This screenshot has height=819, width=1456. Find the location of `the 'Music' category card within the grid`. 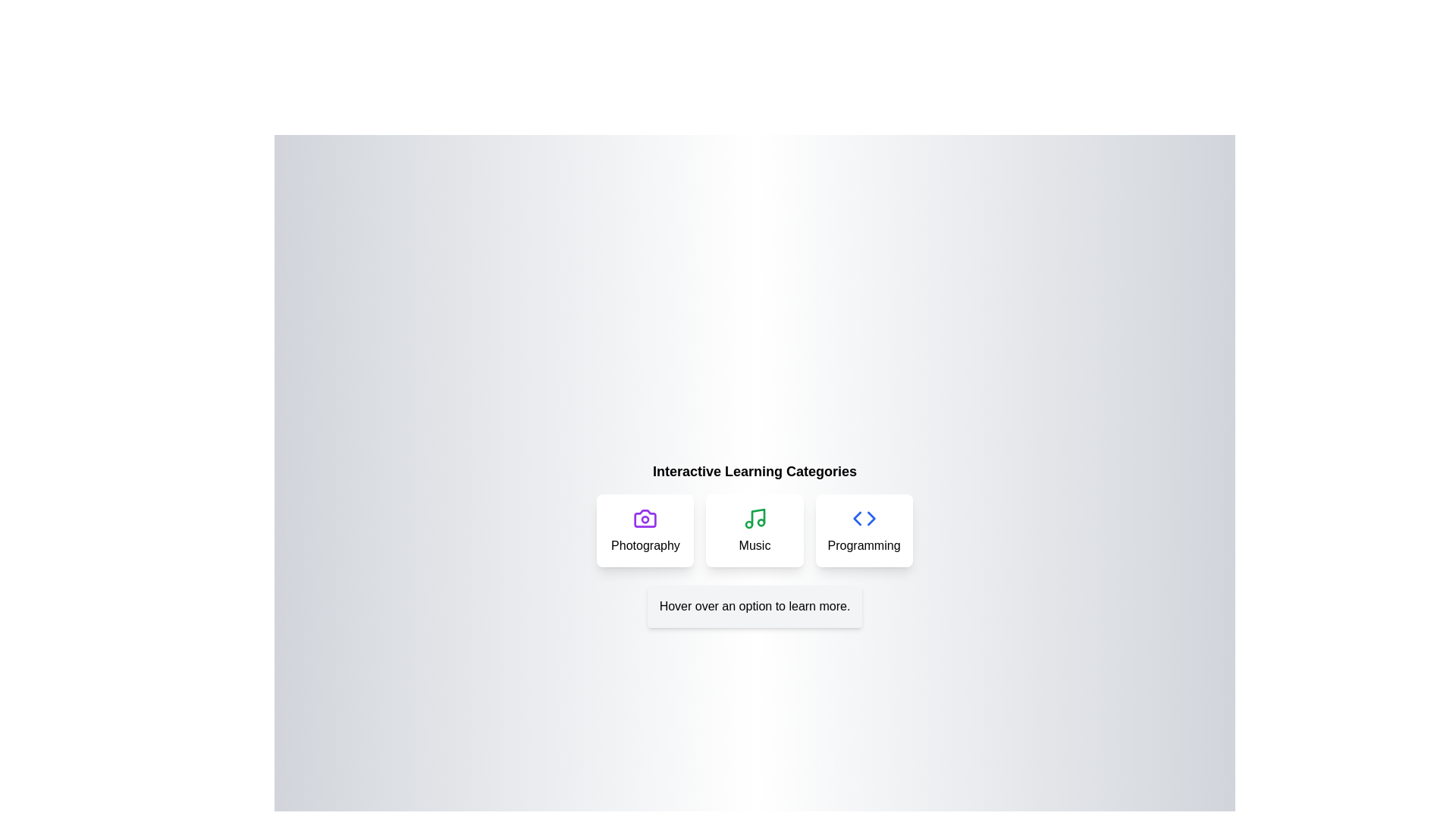

the 'Music' category card within the grid is located at coordinates (755, 529).